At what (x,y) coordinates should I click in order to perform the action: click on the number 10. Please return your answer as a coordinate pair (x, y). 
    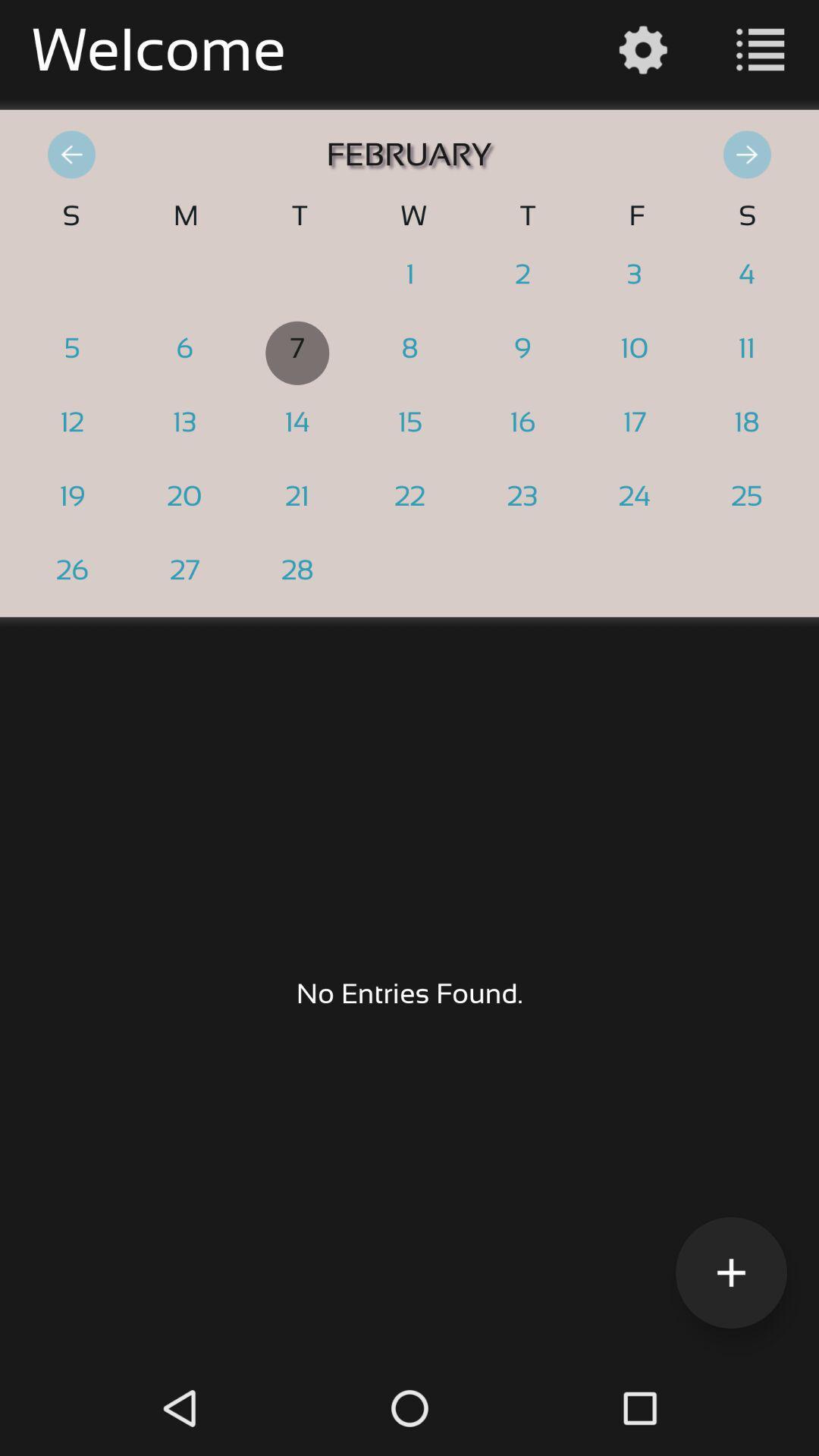
    Looking at the image, I should click on (635, 352).